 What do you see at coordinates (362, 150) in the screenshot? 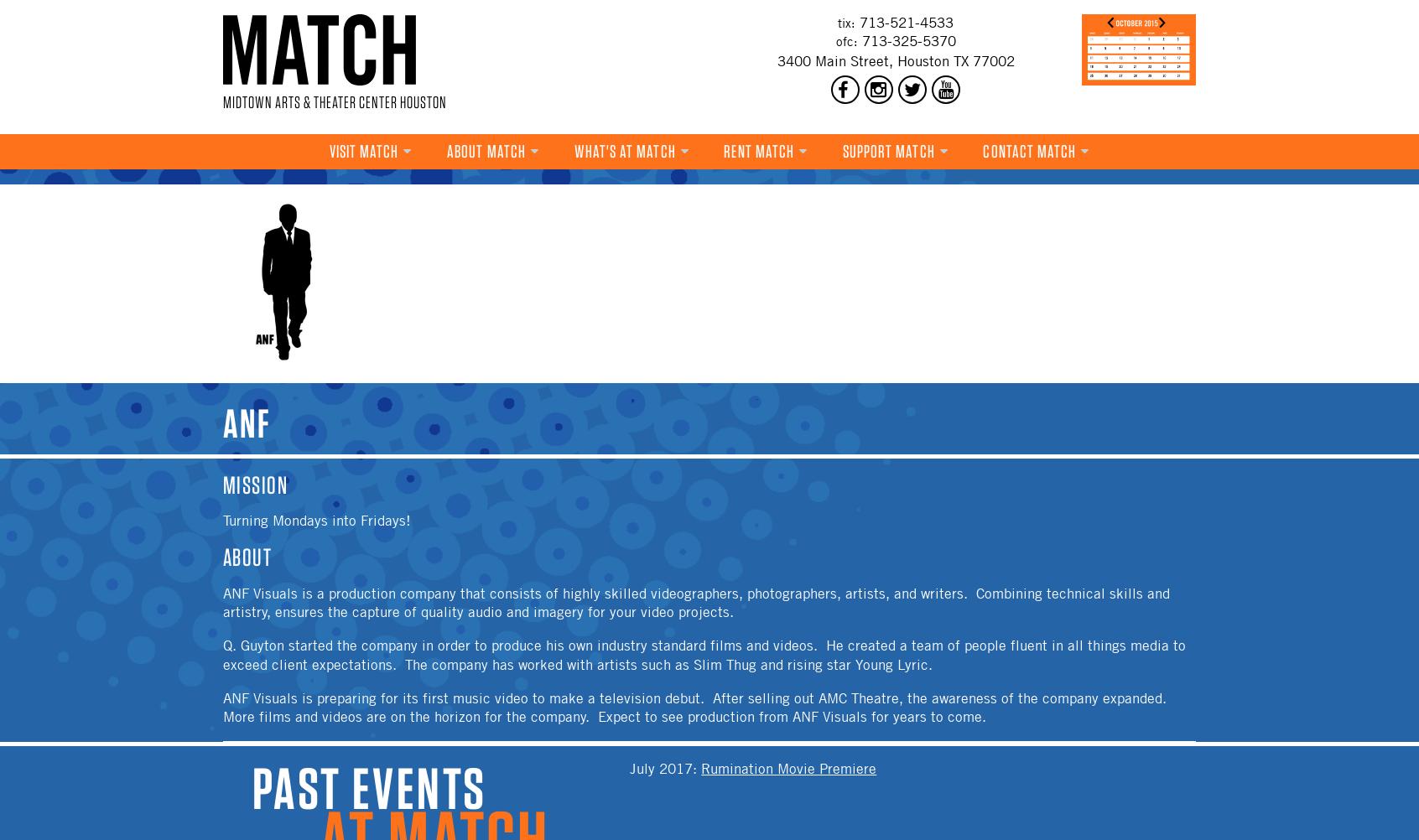
I see `'VISIT MATCH'` at bounding box center [362, 150].